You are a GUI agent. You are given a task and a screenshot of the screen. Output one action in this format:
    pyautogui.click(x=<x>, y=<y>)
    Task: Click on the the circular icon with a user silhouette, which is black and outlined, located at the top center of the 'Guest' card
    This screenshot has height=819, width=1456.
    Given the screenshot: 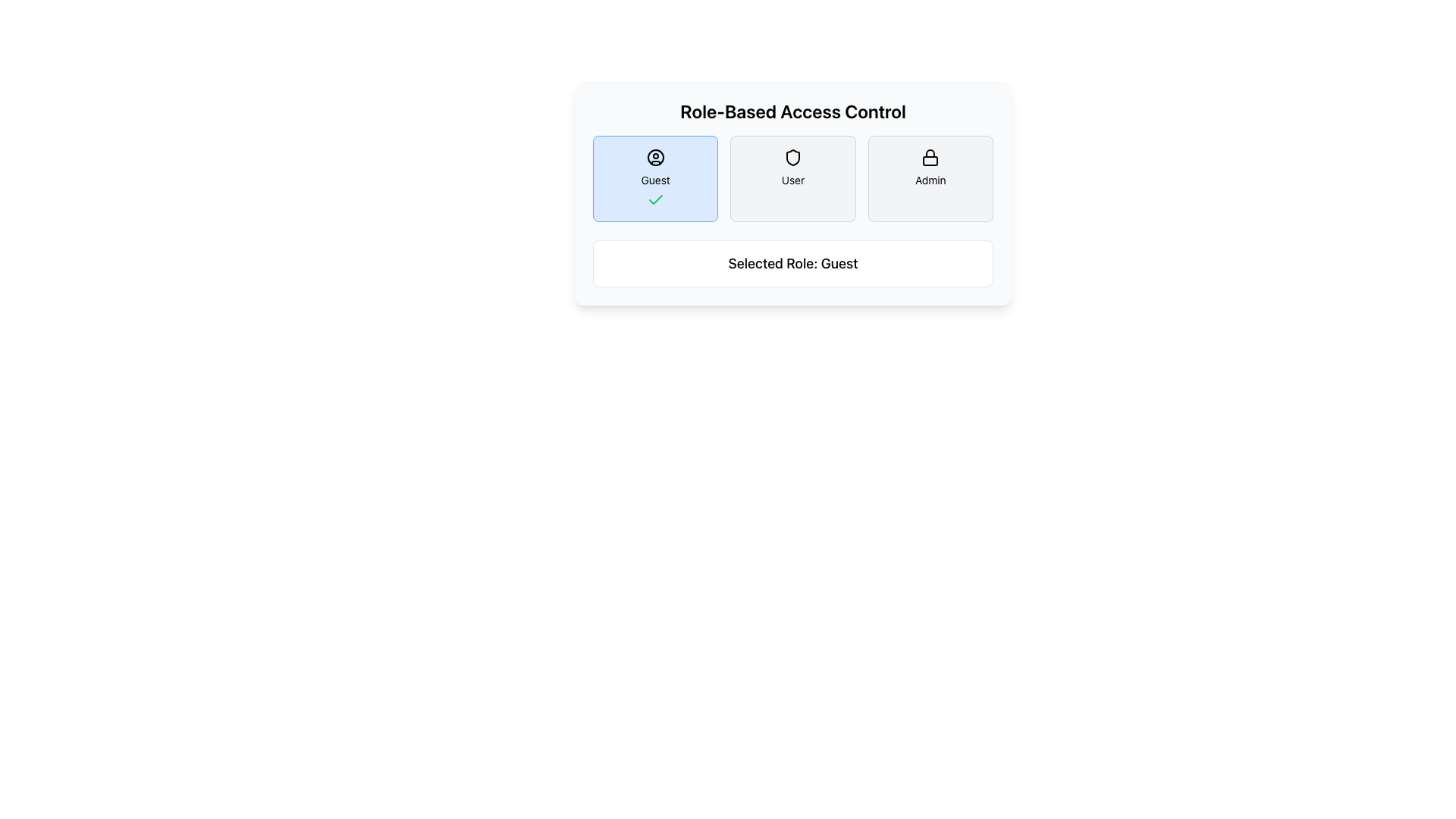 What is the action you would take?
    pyautogui.click(x=655, y=158)
    